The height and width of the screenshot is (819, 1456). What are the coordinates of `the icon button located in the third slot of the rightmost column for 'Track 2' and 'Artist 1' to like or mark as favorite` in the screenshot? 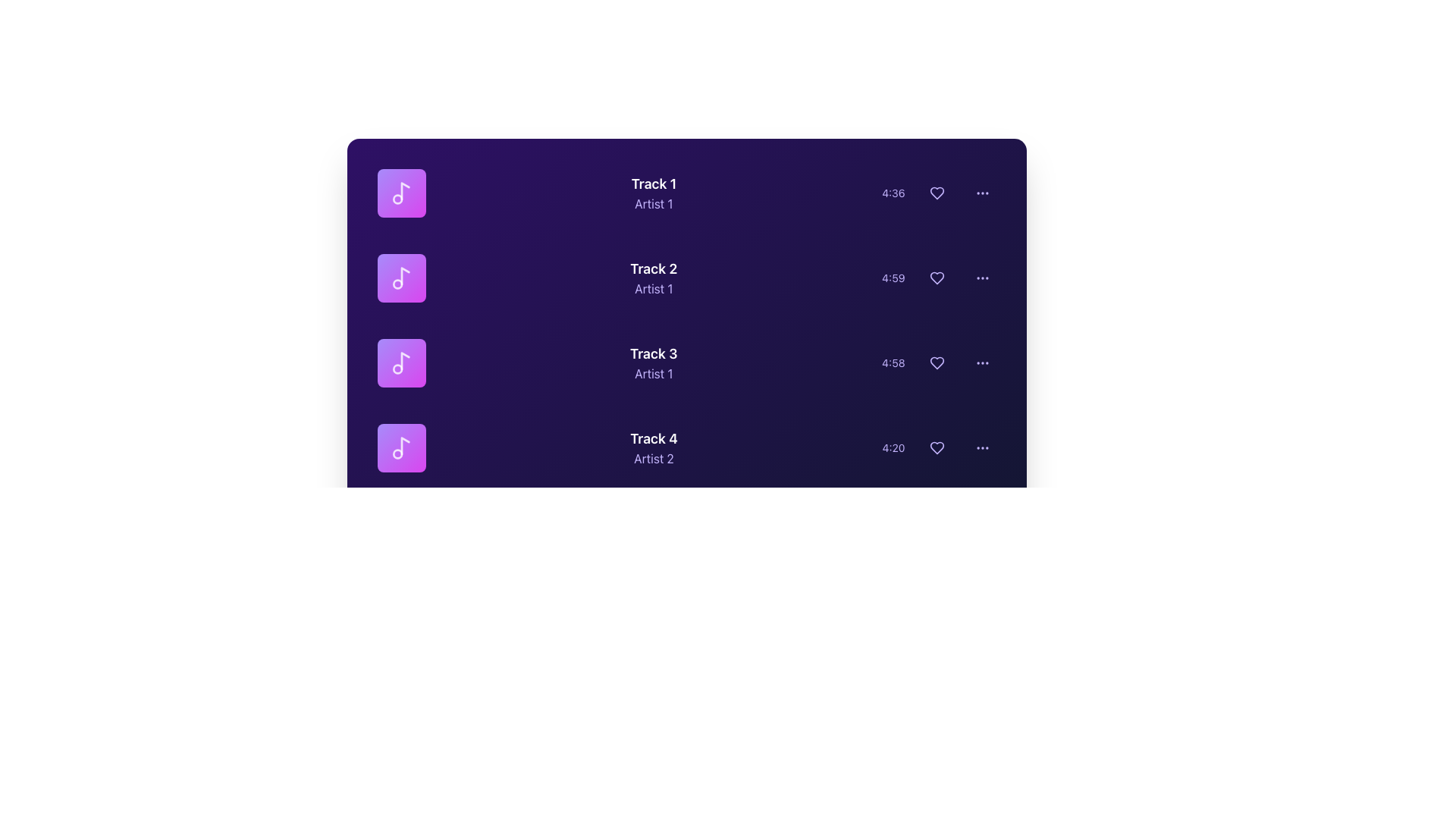 It's located at (938, 278).